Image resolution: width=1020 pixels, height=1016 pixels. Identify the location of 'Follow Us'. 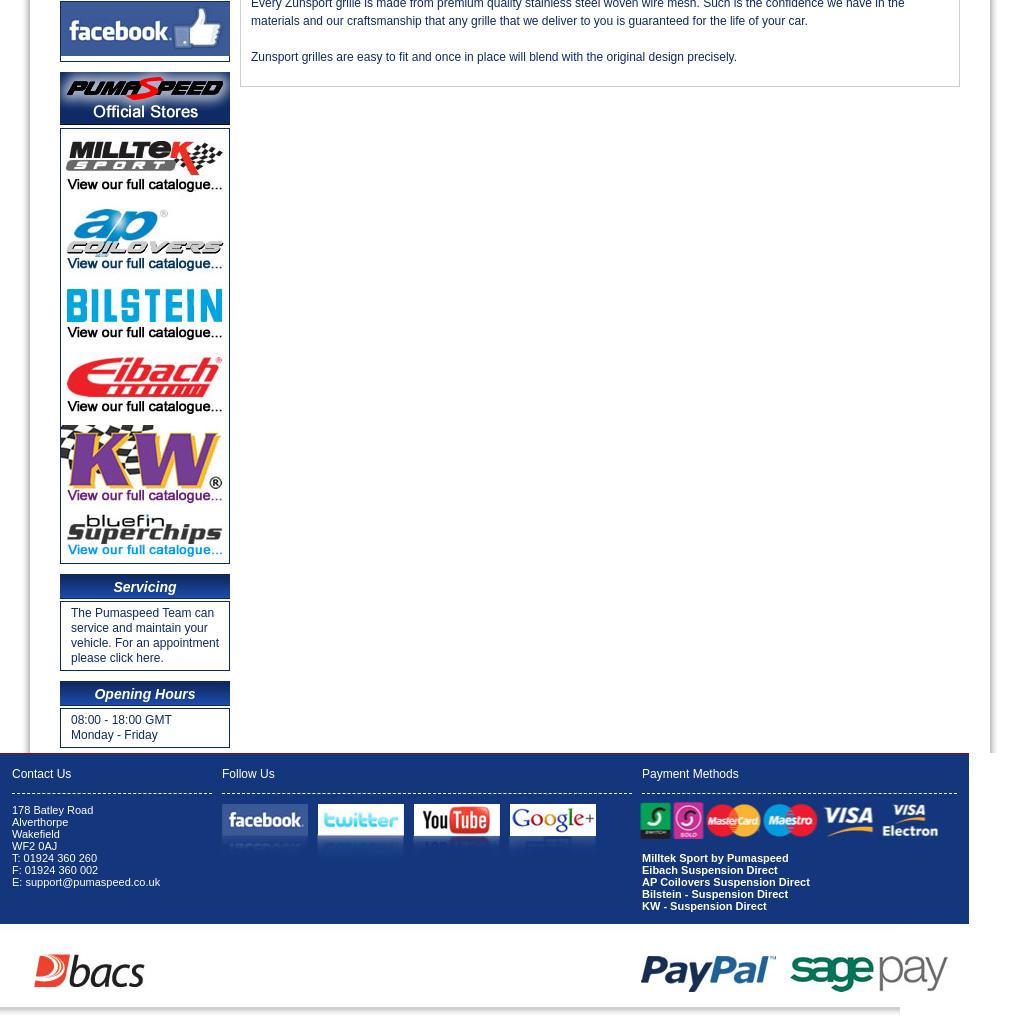
(247, 772).